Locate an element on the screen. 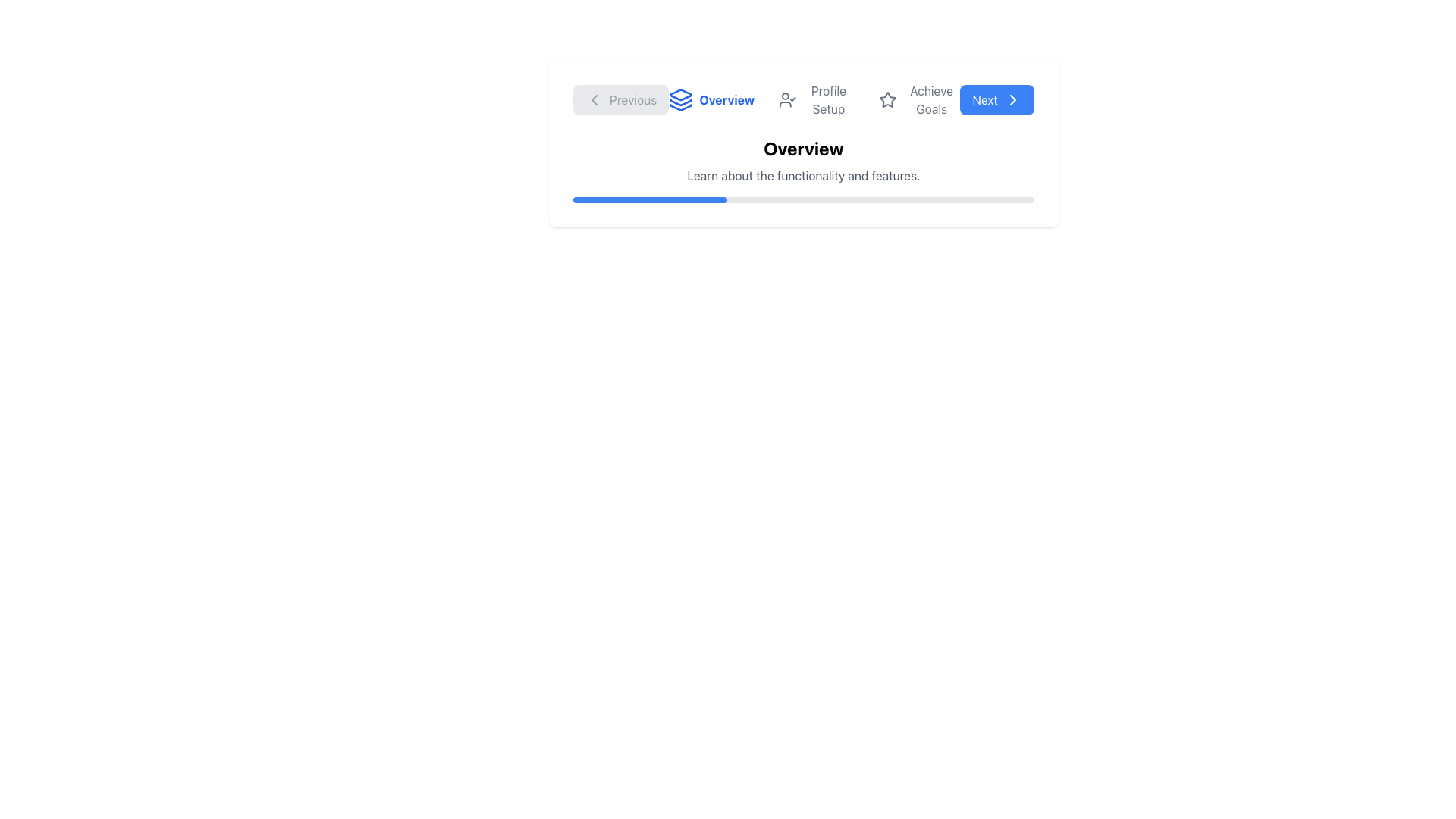 This screenshot has width=1456, height=819. the user profile icon with a checkmark, which is styled in gray and located next to the 'Profile Setup' label in the navigation bar is located at coordinates (787, 99).